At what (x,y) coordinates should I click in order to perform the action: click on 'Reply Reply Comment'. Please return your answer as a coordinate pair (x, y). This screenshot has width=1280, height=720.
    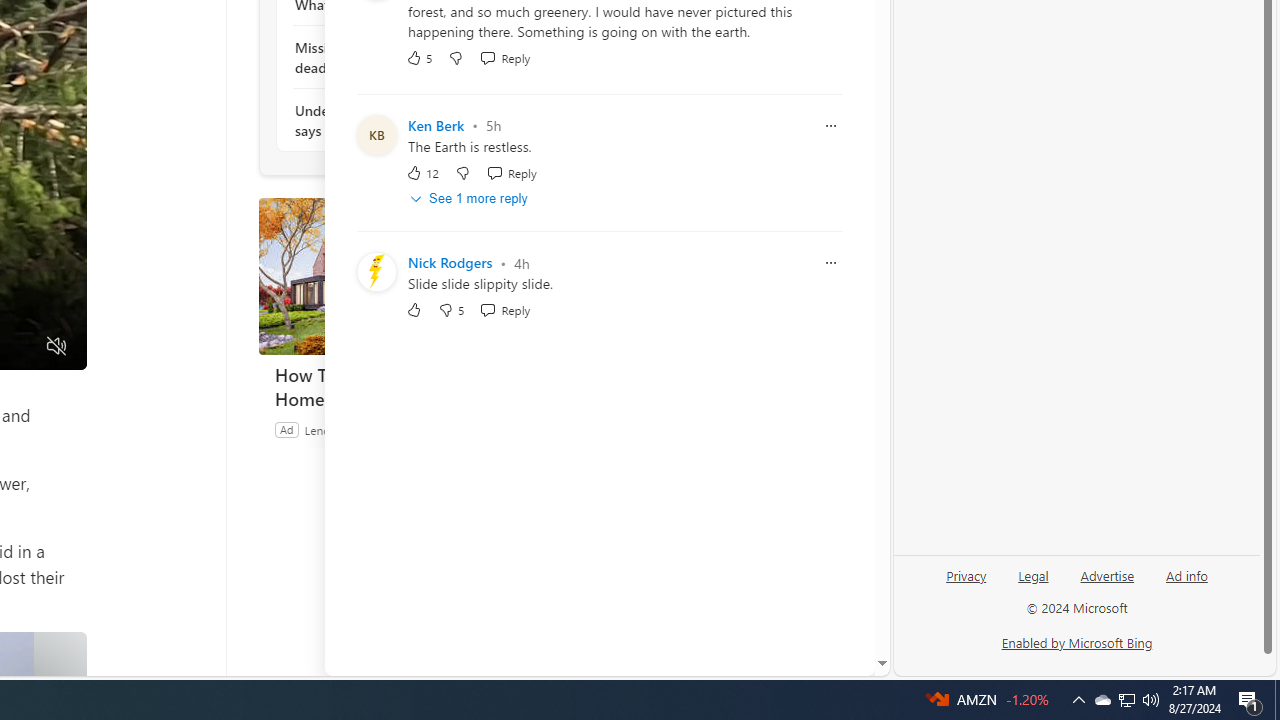
    Looking at the image, I should click on (505, 310).